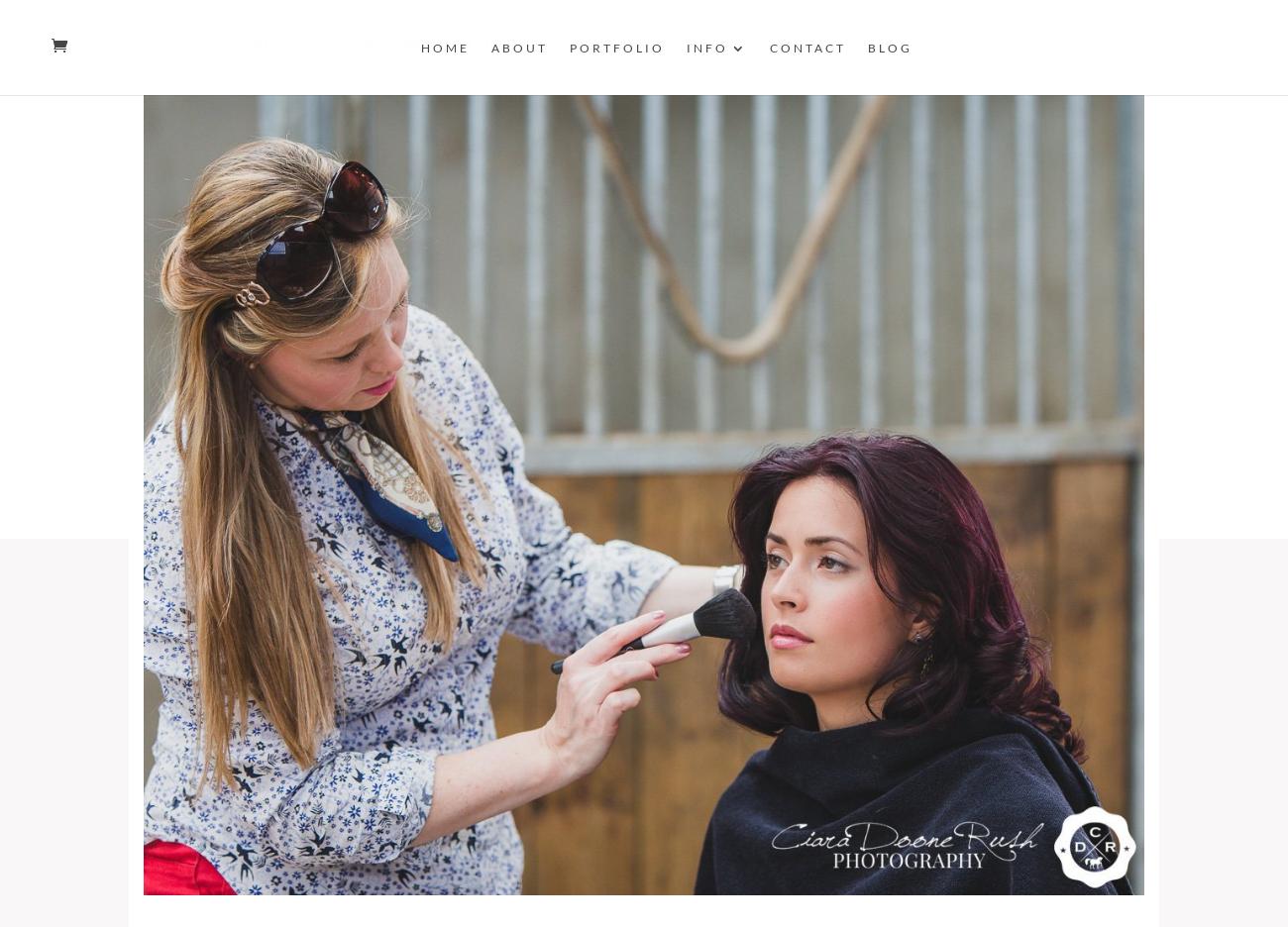 This screenshot has height=927, width=1288. I want to click on 'Info', so click(706, 48).